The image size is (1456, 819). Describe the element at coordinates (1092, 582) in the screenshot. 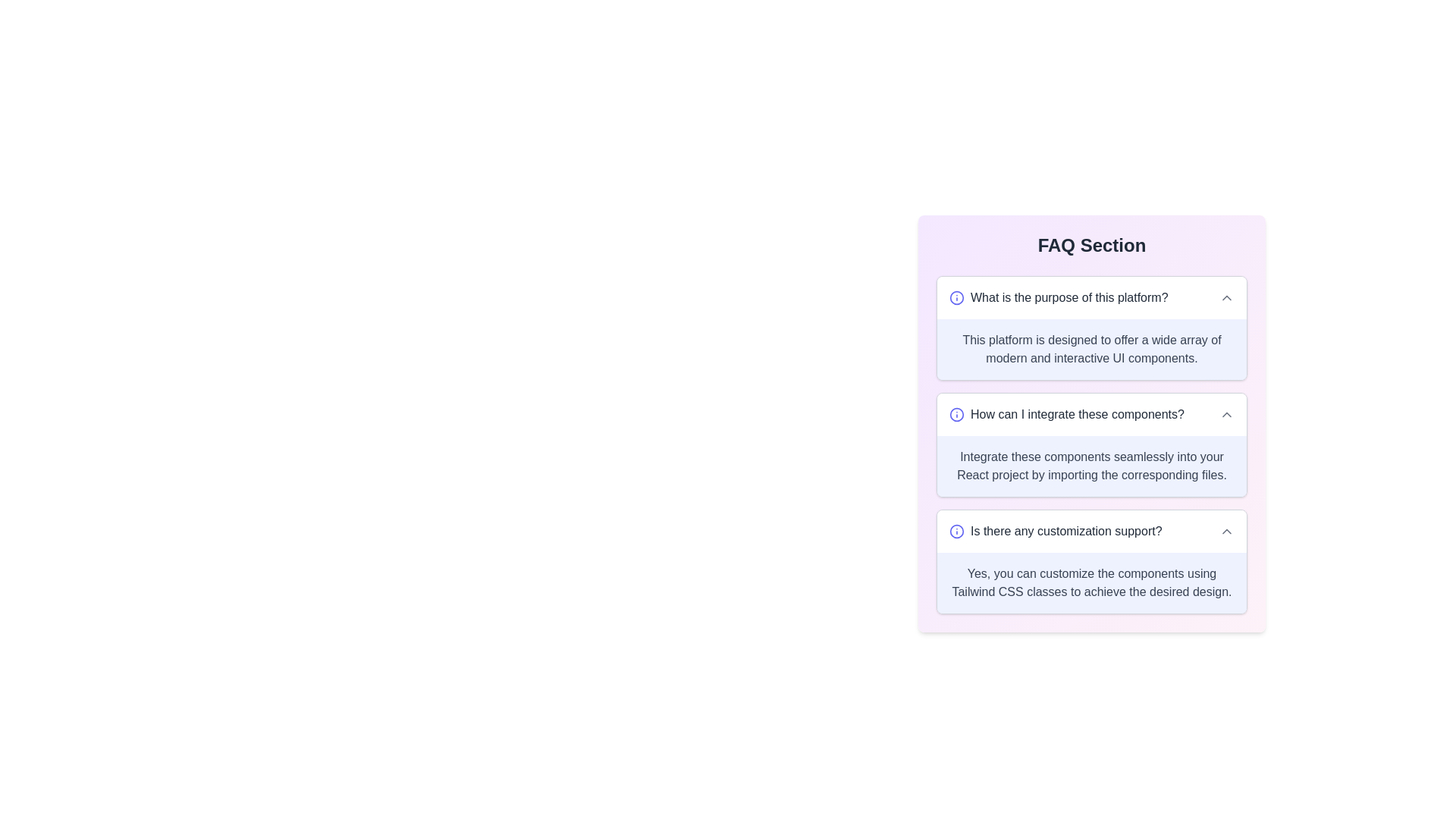

I see `text content displayed in the FAQ section, specifically within the rectangular block styled with gray text that states, 'Yes, you can customize the components using Tailwind CSS classes to achieve the desired design.'` at that location.